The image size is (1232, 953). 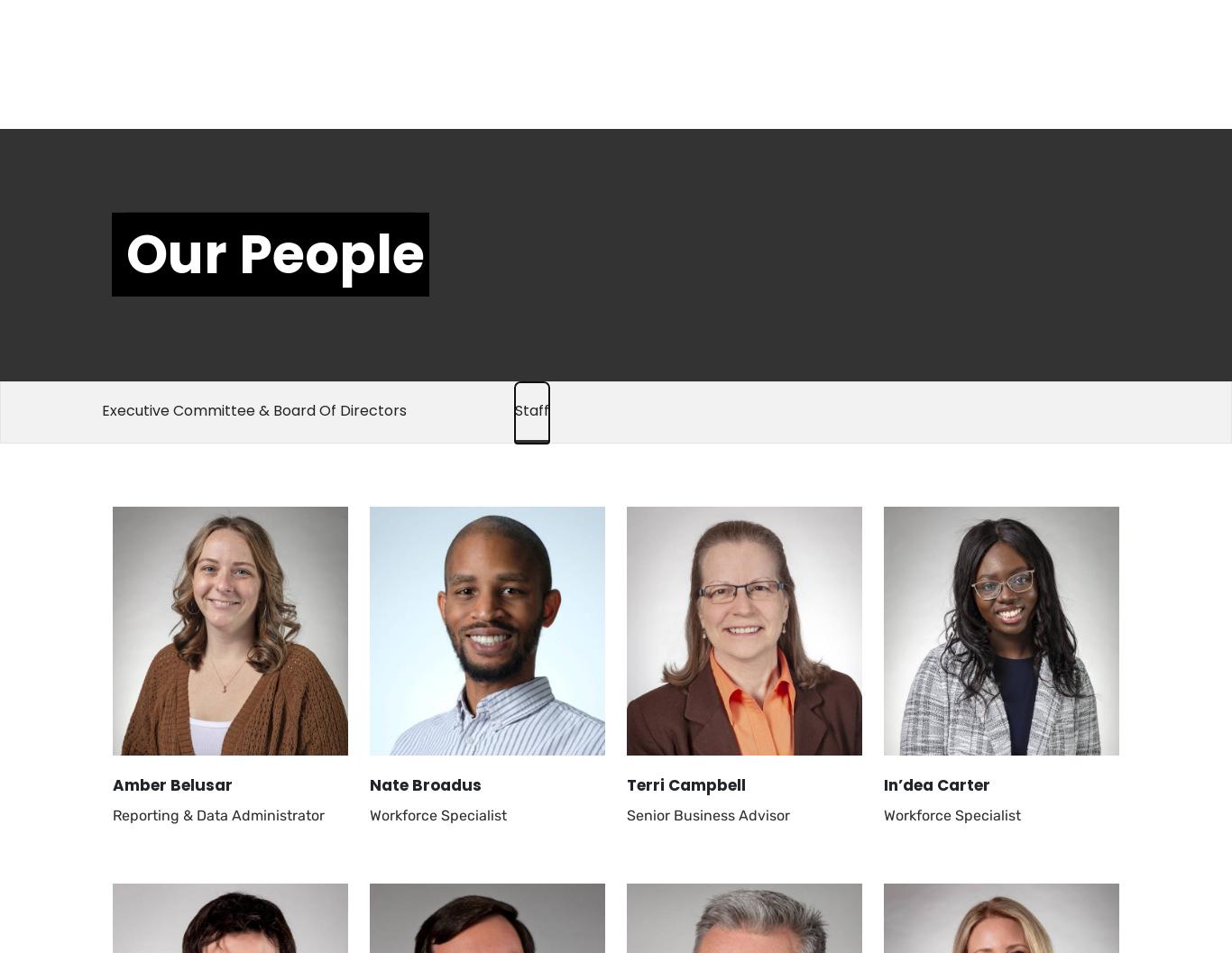 I want to click on 'Director, Coaching & Development', so click(x=741, y=883).